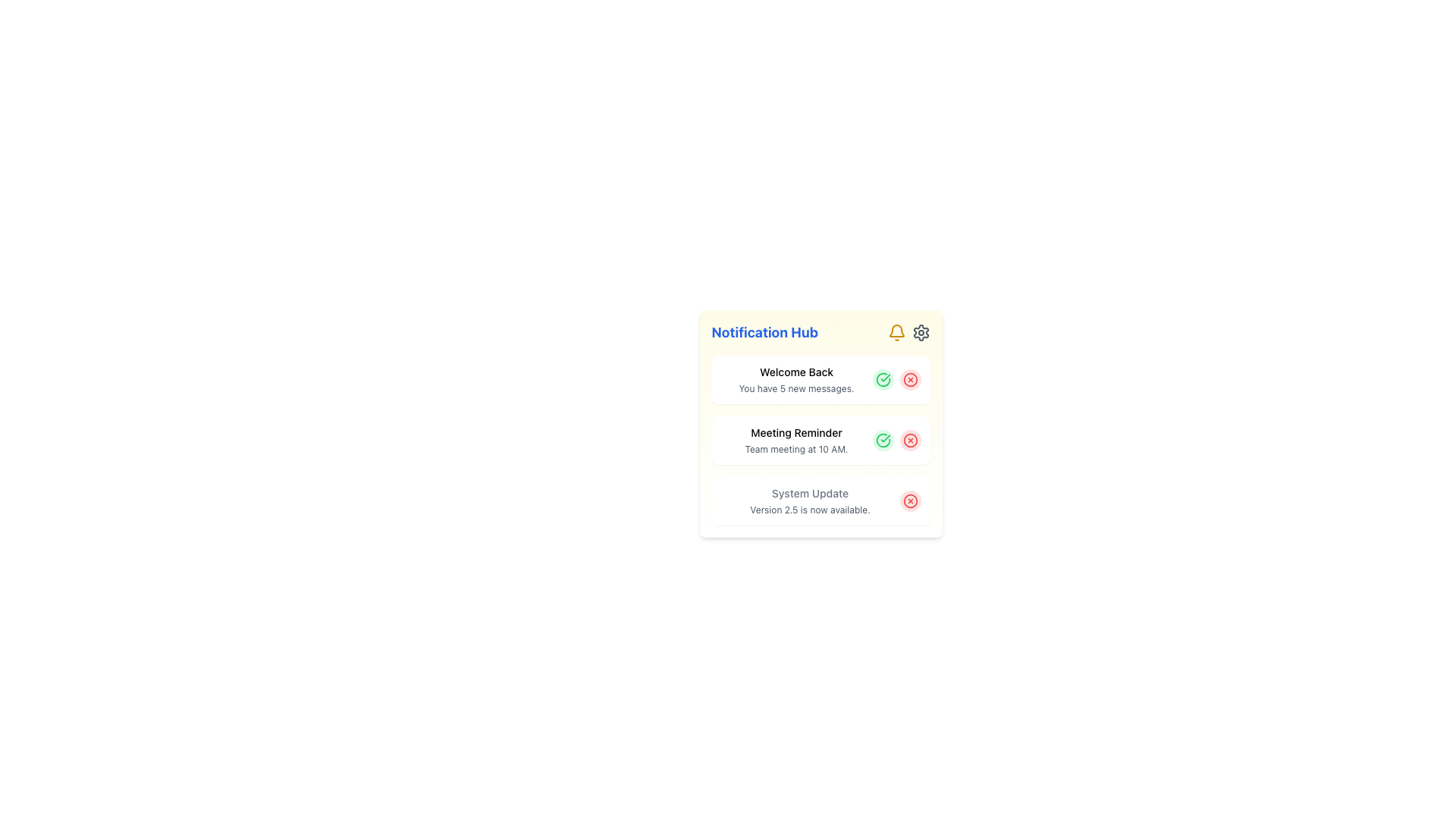 This screenshot has height=819, width=1456. I want to click on the middle notification card in the Notification Hub, which features a gradient background from yellow to white and contains stacked entries with titles, subtexts, and icons, so click(820, 441).